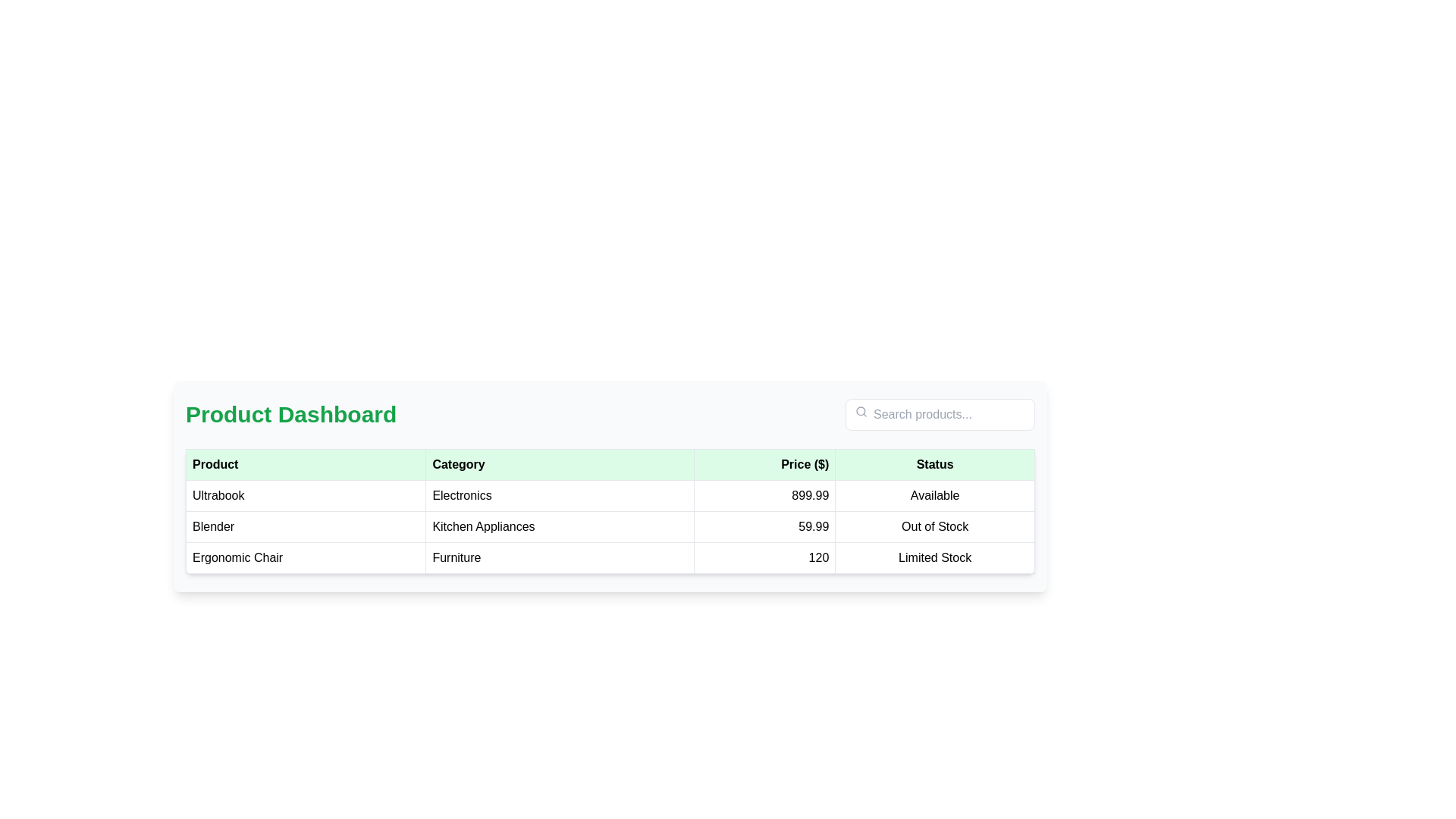 The image size is (1456, 819). Describe the element at coordinates (861, 412) in the screenshot. I see `the gray magnifying glass icon located to the left of the 'Search products...' text input field in the search bar` at that location.